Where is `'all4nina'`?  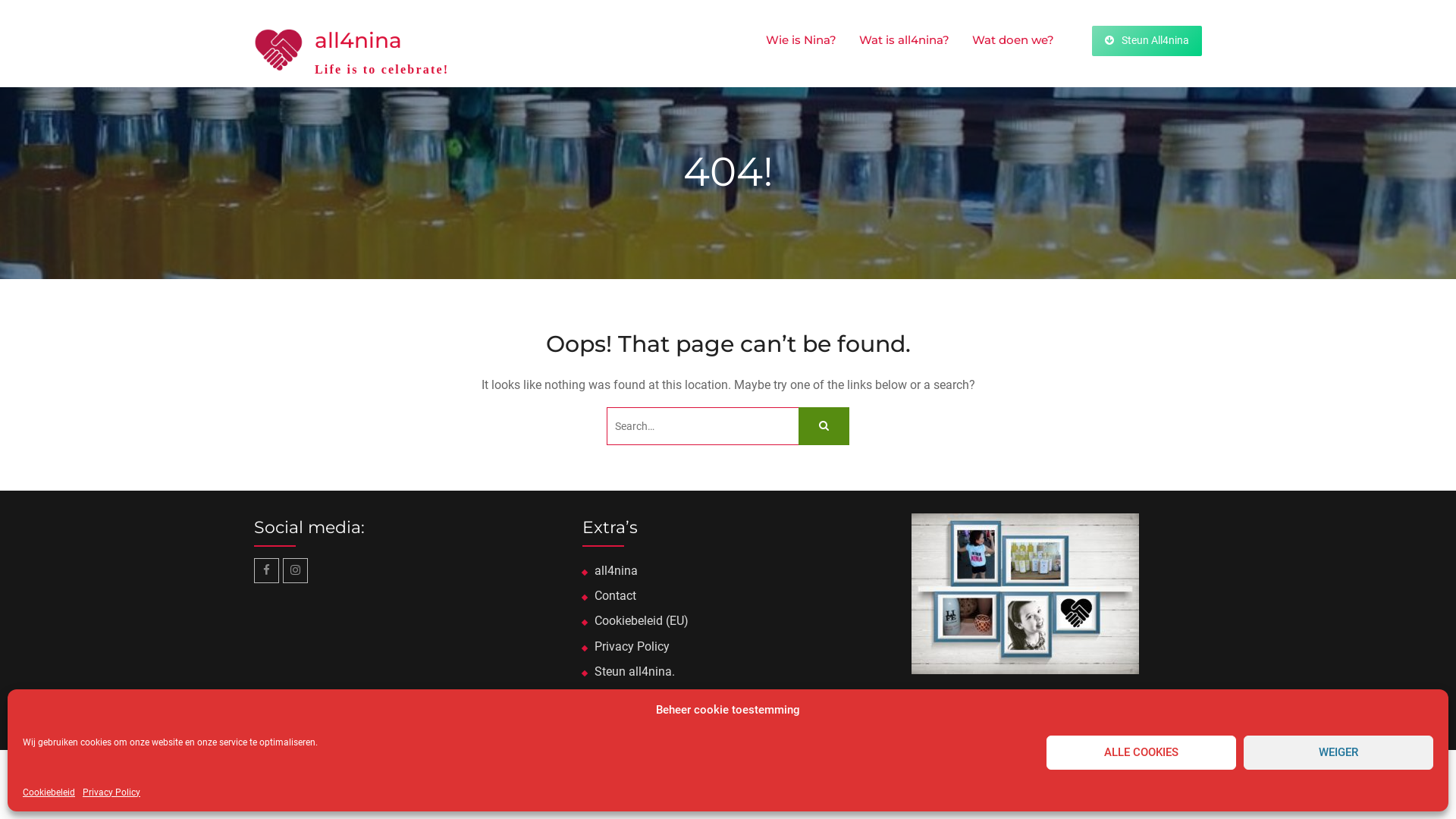
'all4nina' is located at coordinates (357, 39).